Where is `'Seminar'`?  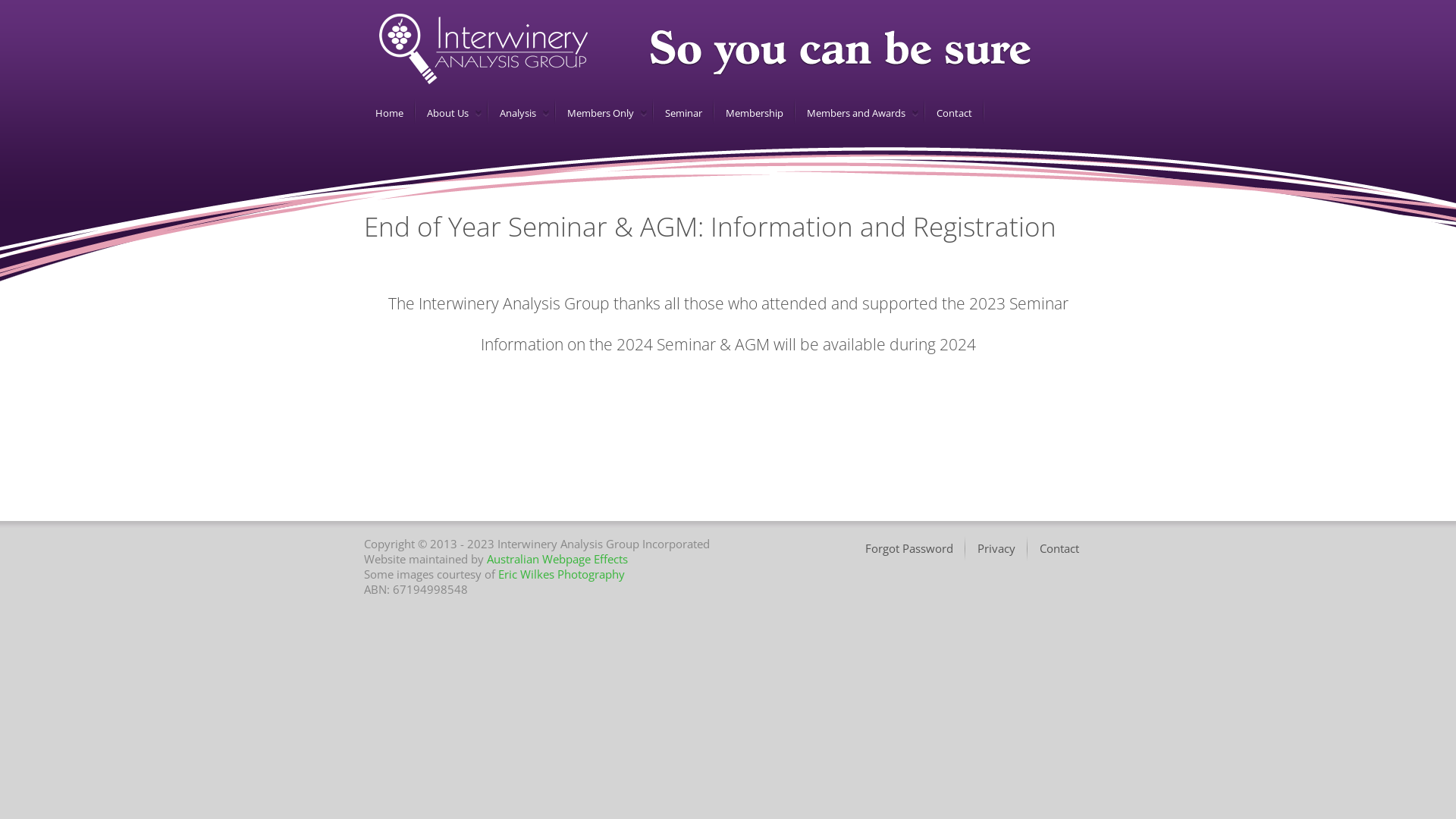
'Seminar' is located at coordinates (679, 112).